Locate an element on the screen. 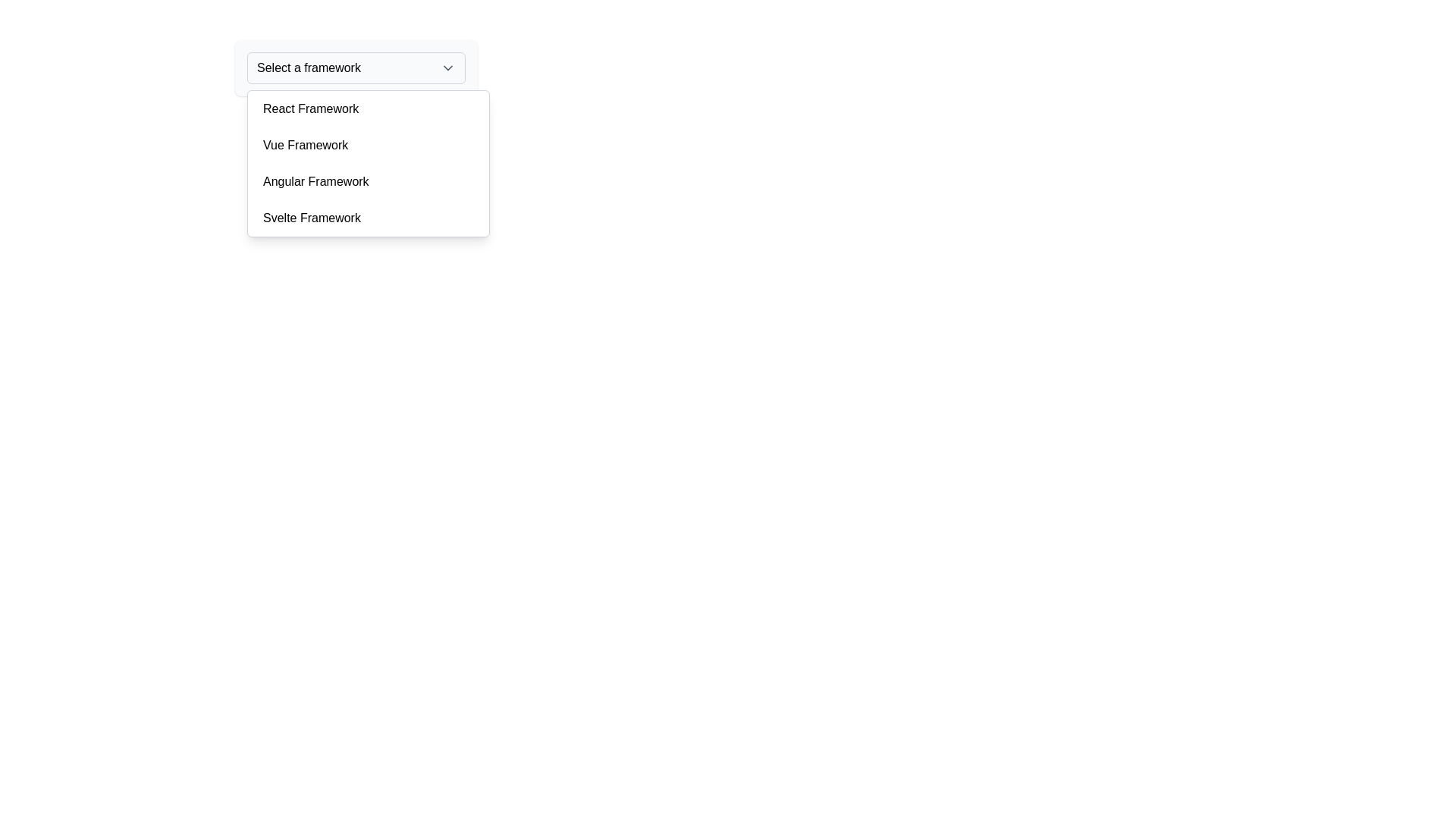  the 'Angular Framework' dropdown menu item is located at coordinates (368, 180).